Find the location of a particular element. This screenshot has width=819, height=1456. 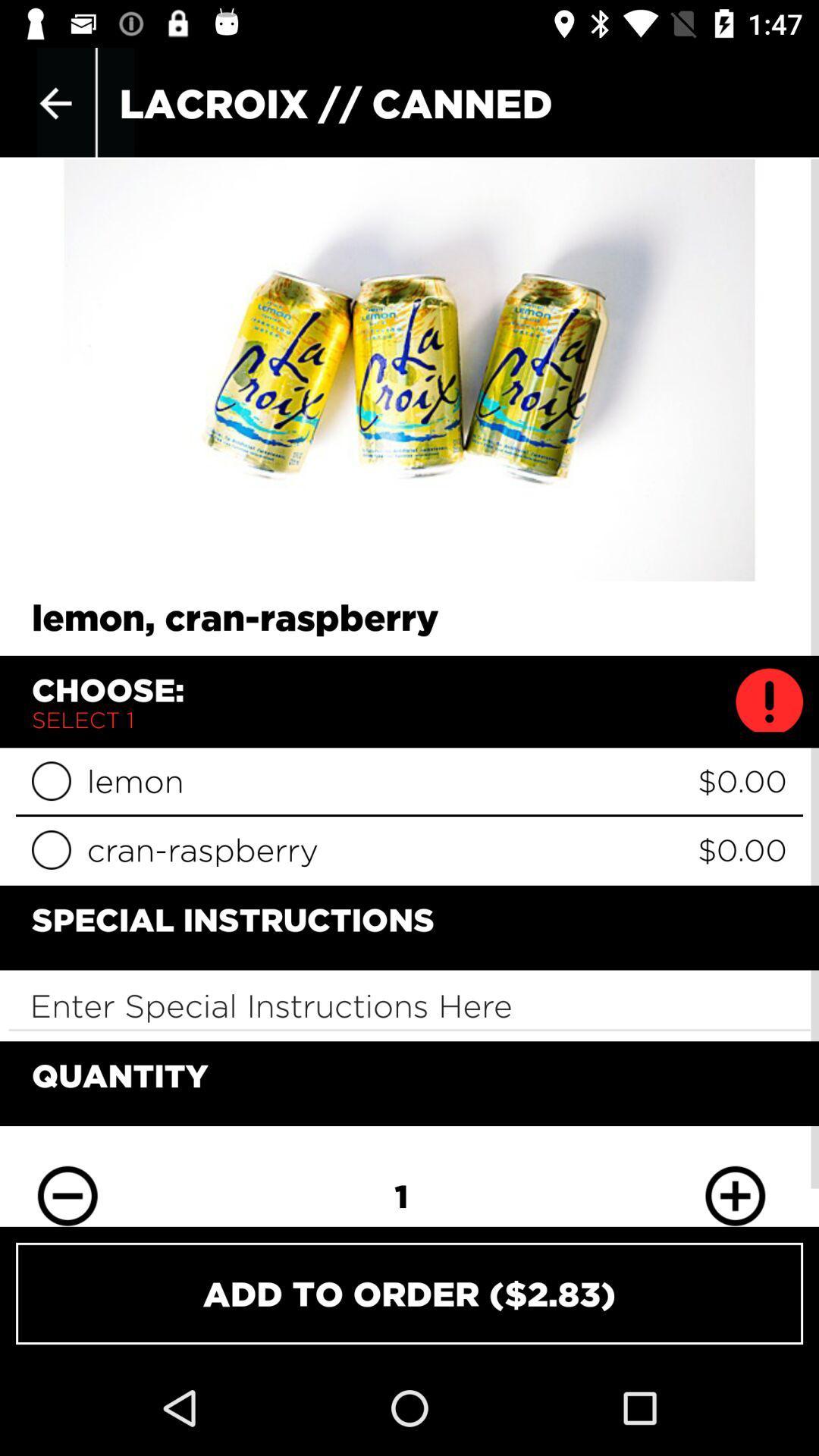

instructions is located at coordinates (409, 1006).